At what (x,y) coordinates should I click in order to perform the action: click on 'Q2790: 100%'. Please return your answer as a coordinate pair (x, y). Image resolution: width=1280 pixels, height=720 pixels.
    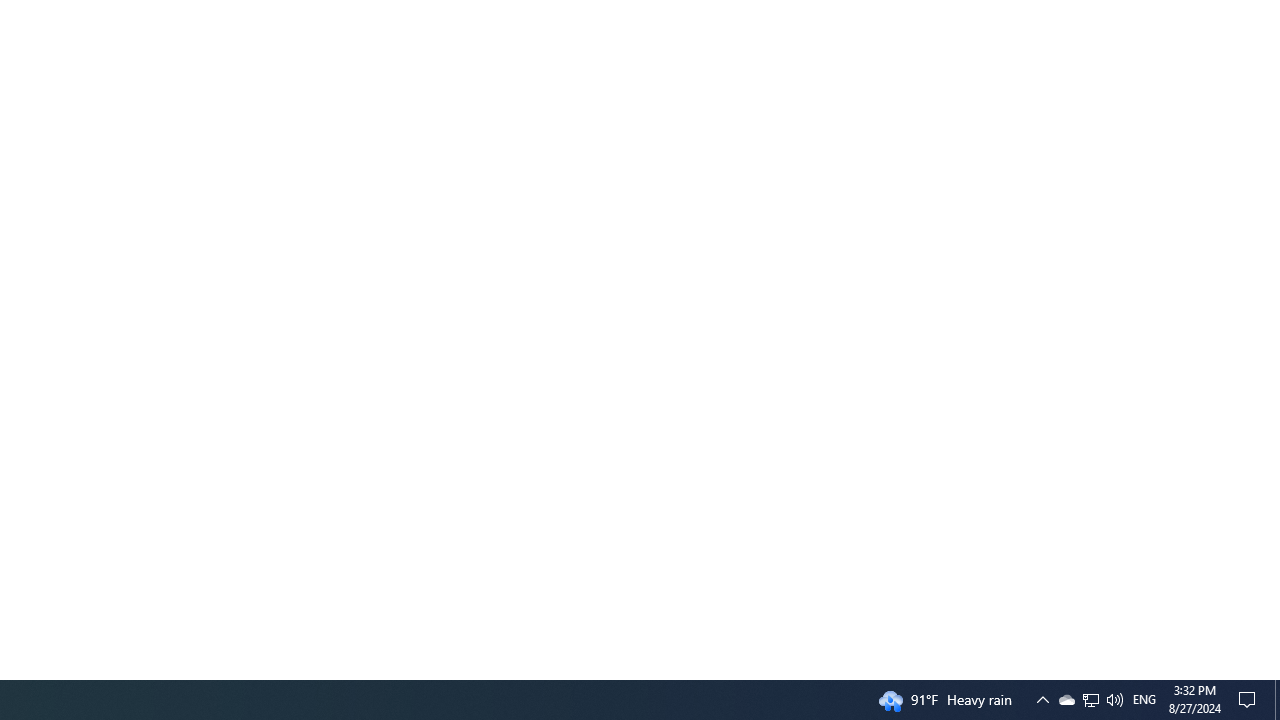
    Looking at the image, I should click on (1065, 698).